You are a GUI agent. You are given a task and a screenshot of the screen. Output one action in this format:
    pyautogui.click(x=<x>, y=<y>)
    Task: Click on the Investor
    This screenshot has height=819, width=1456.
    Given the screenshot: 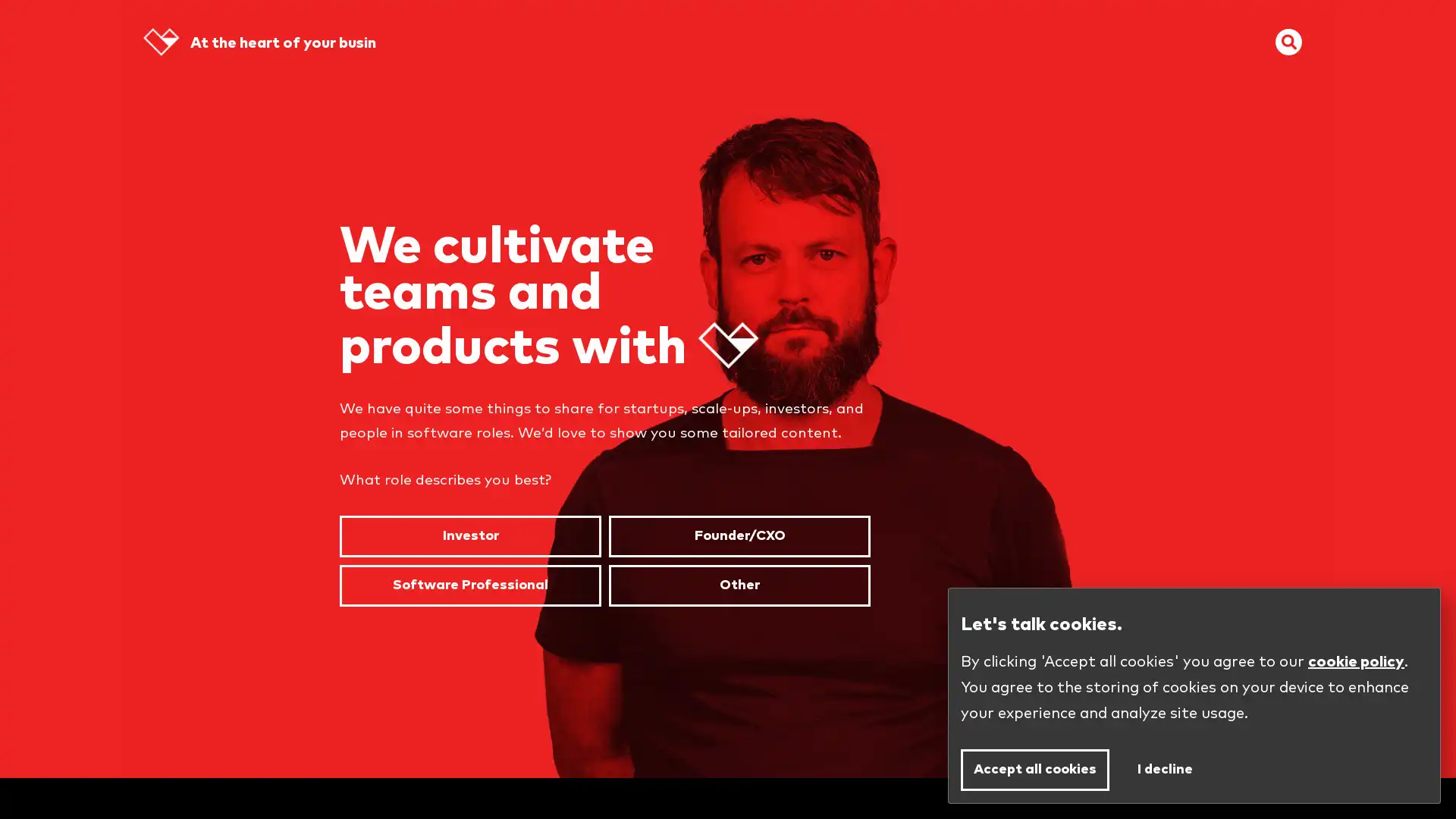 What is the action you would take?
    pyautogui.click(x=469, y=535)
    